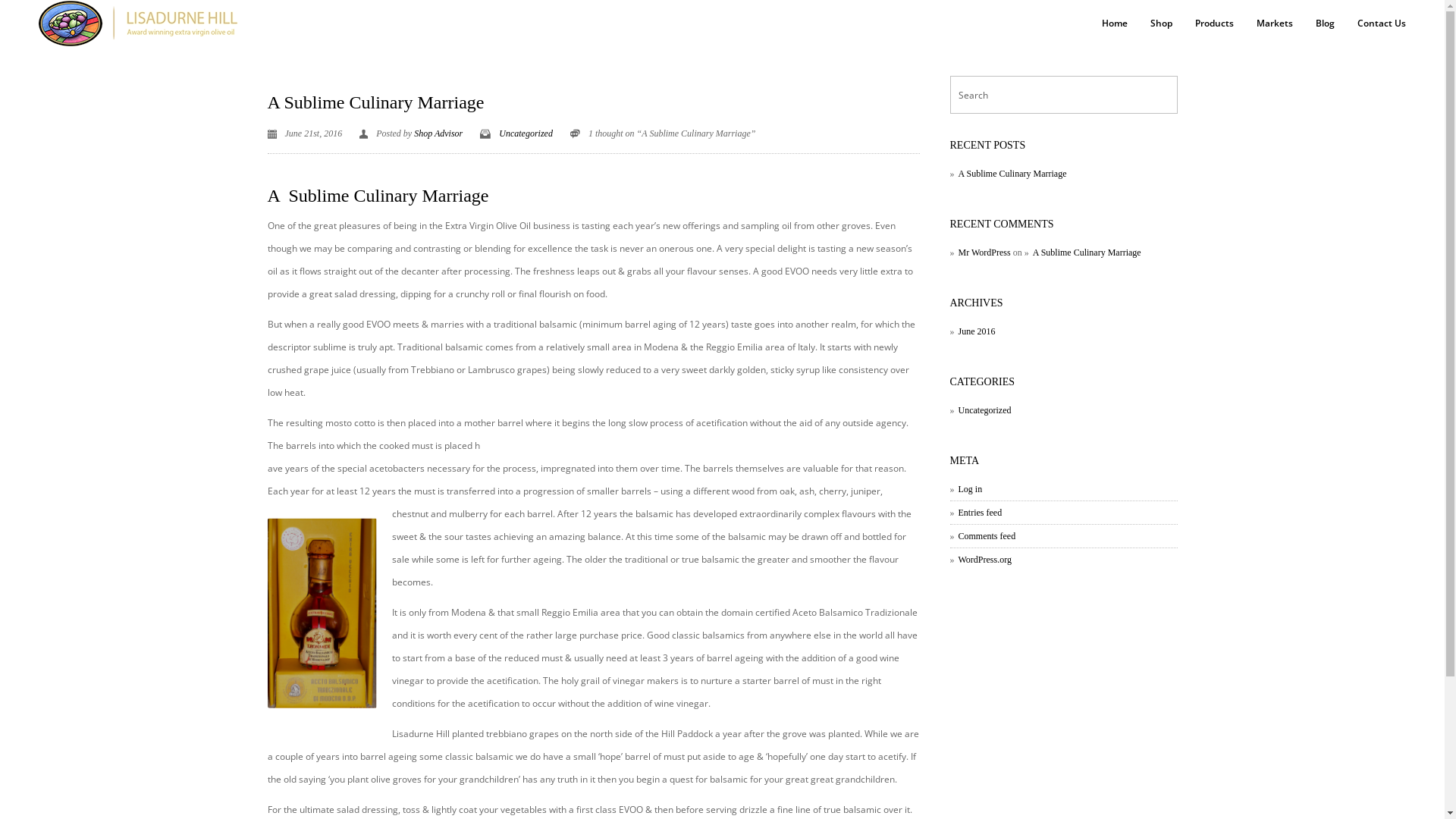  What do you see at coordinates (1244, 23) in the screenshot?
I see `'Markets'` at bounding box center [1244, 23].